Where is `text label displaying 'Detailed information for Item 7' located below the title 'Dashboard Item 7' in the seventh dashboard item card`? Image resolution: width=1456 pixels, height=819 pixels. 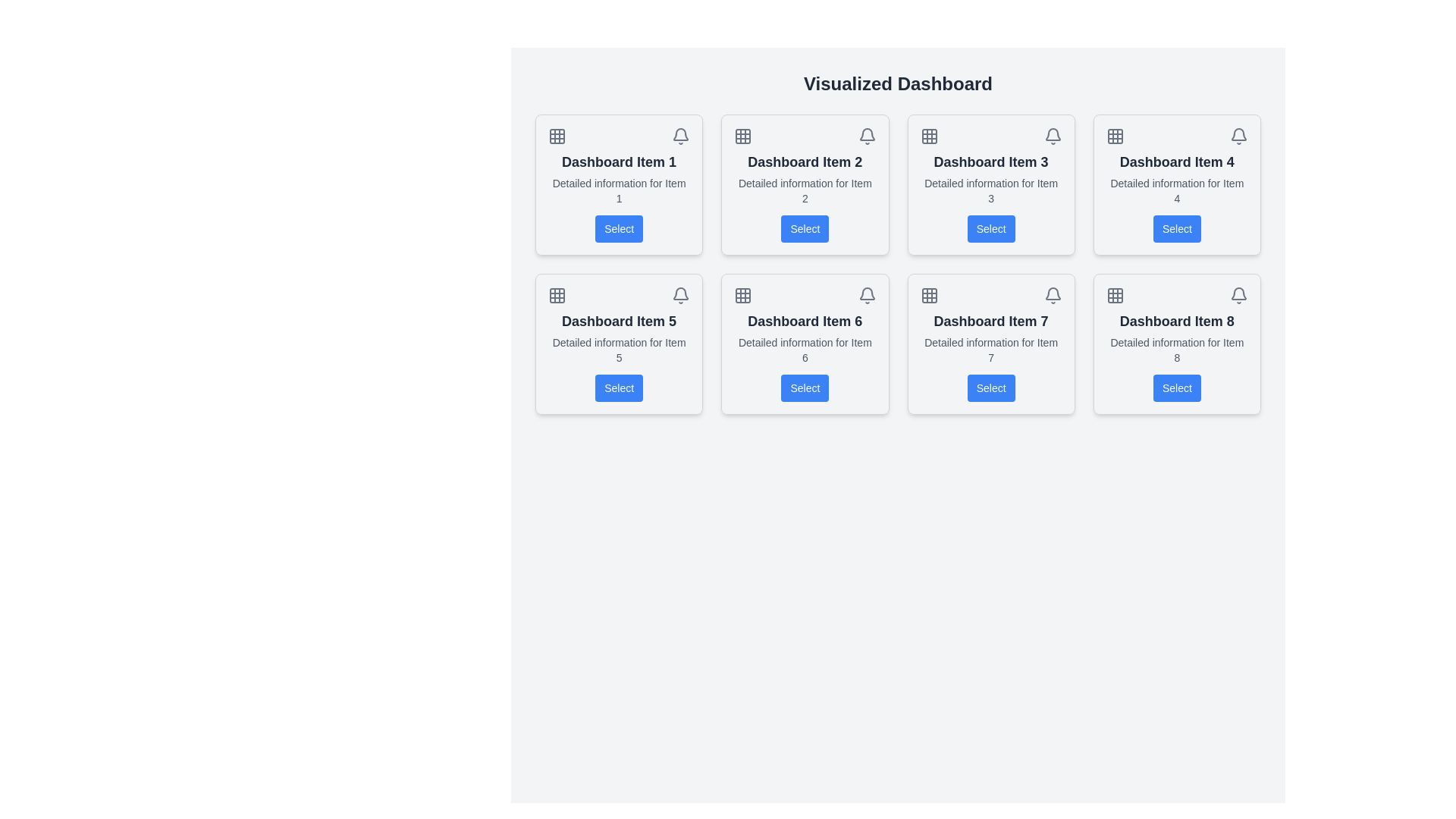 text label displaying 'Detailed information for Item 7' located below the title 'Dashboard Item 7' in the seventh dashboard item card is located at coordinates (991, 350).